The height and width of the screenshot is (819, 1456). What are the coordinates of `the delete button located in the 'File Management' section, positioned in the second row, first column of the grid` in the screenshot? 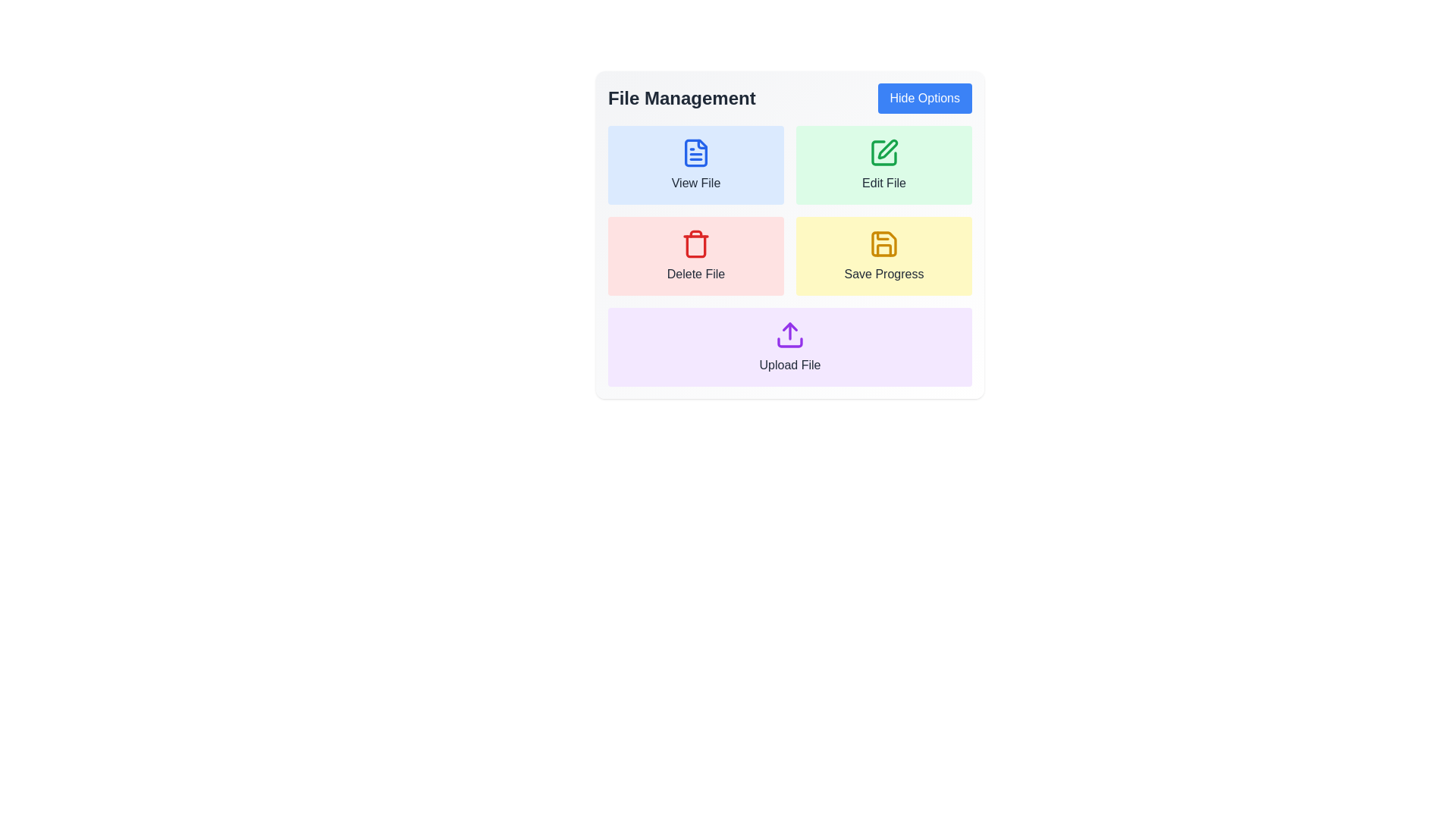 It's located at (695, 256).